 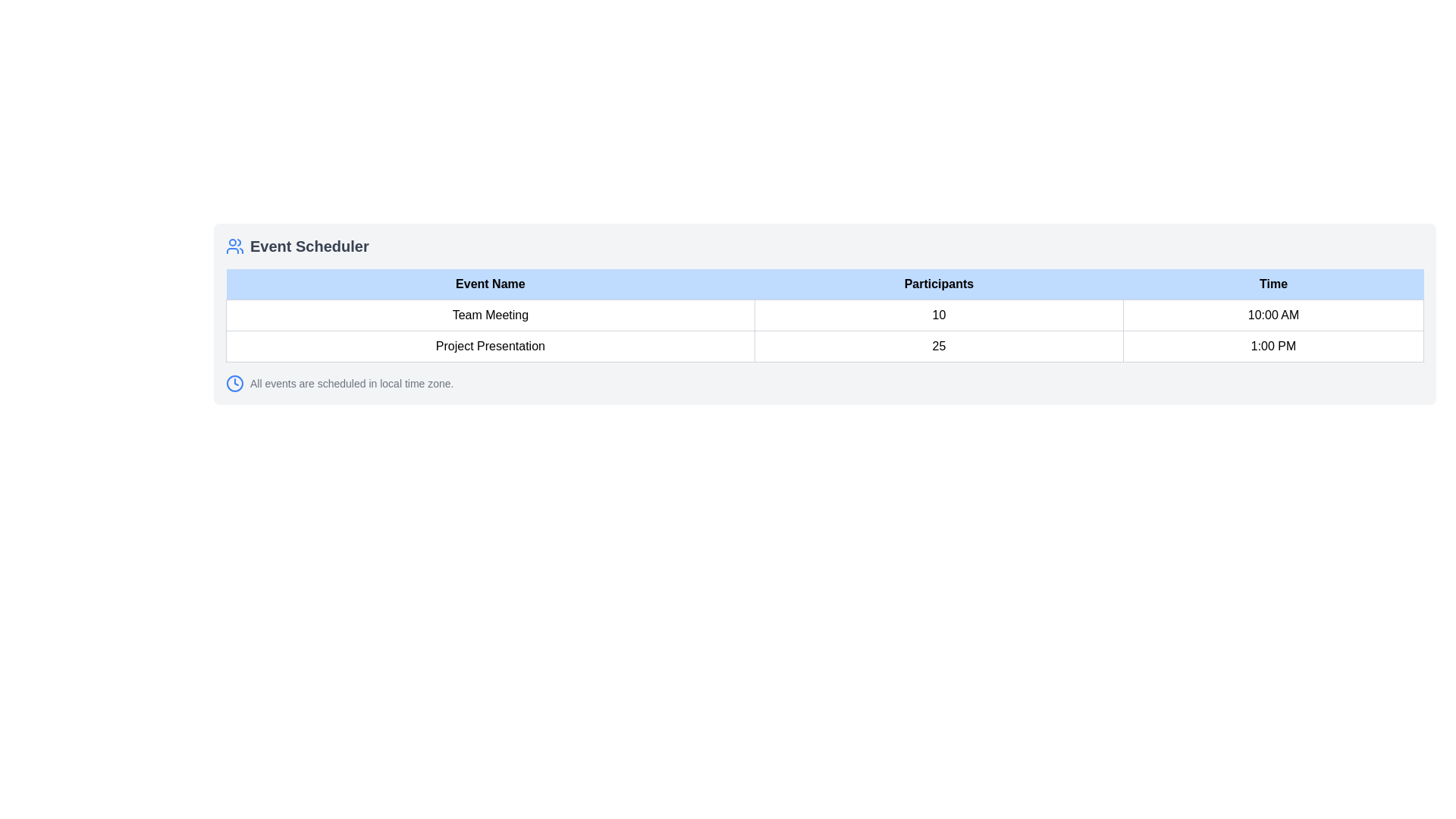 I want to click on outer circular border of the clock icon located at the bottom-left corner of the 'Event Scheduler' panel using developer tools, so click(x=234, y=382).